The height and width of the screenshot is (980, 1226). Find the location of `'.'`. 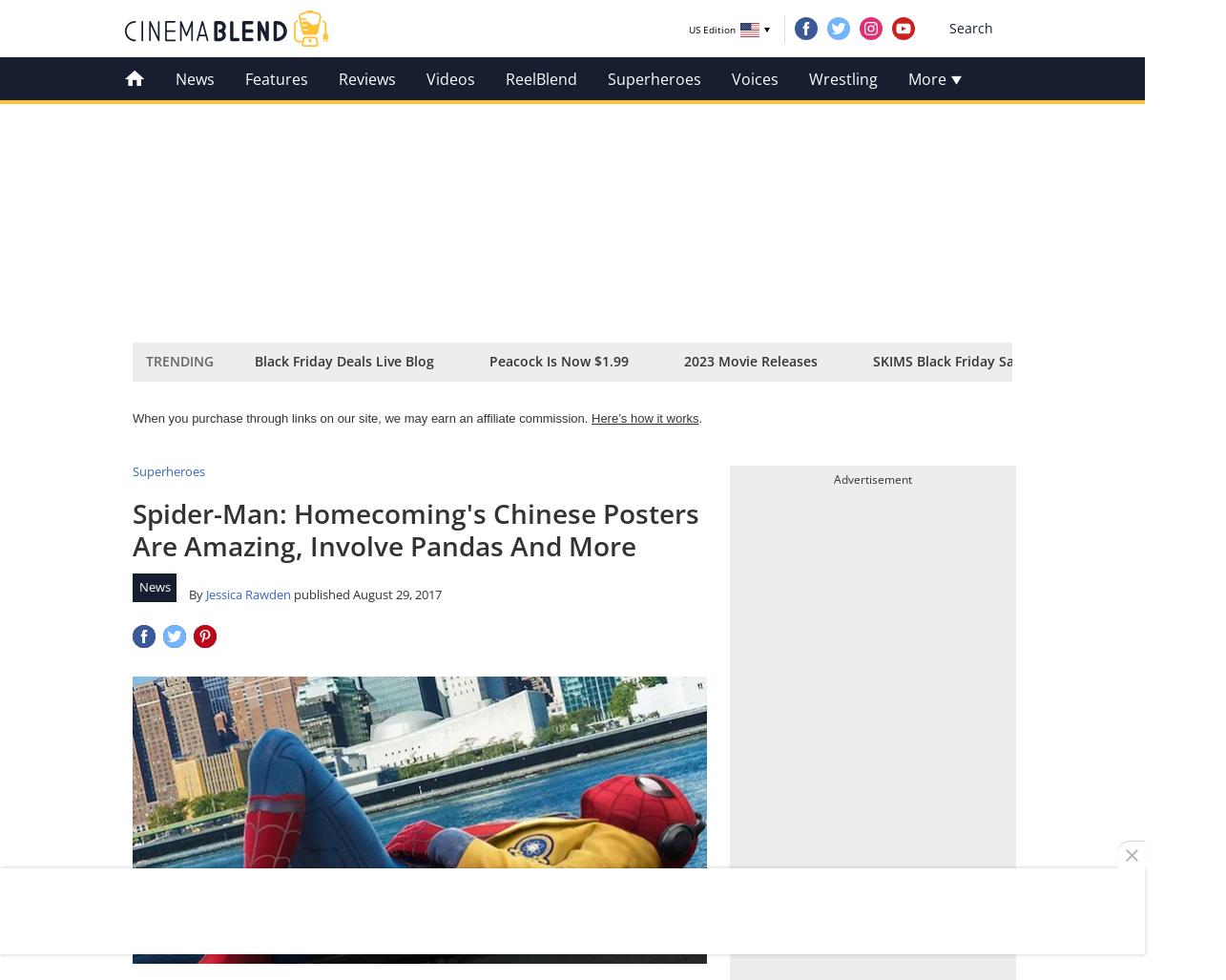

'.' is located at coordinates (698, 417).